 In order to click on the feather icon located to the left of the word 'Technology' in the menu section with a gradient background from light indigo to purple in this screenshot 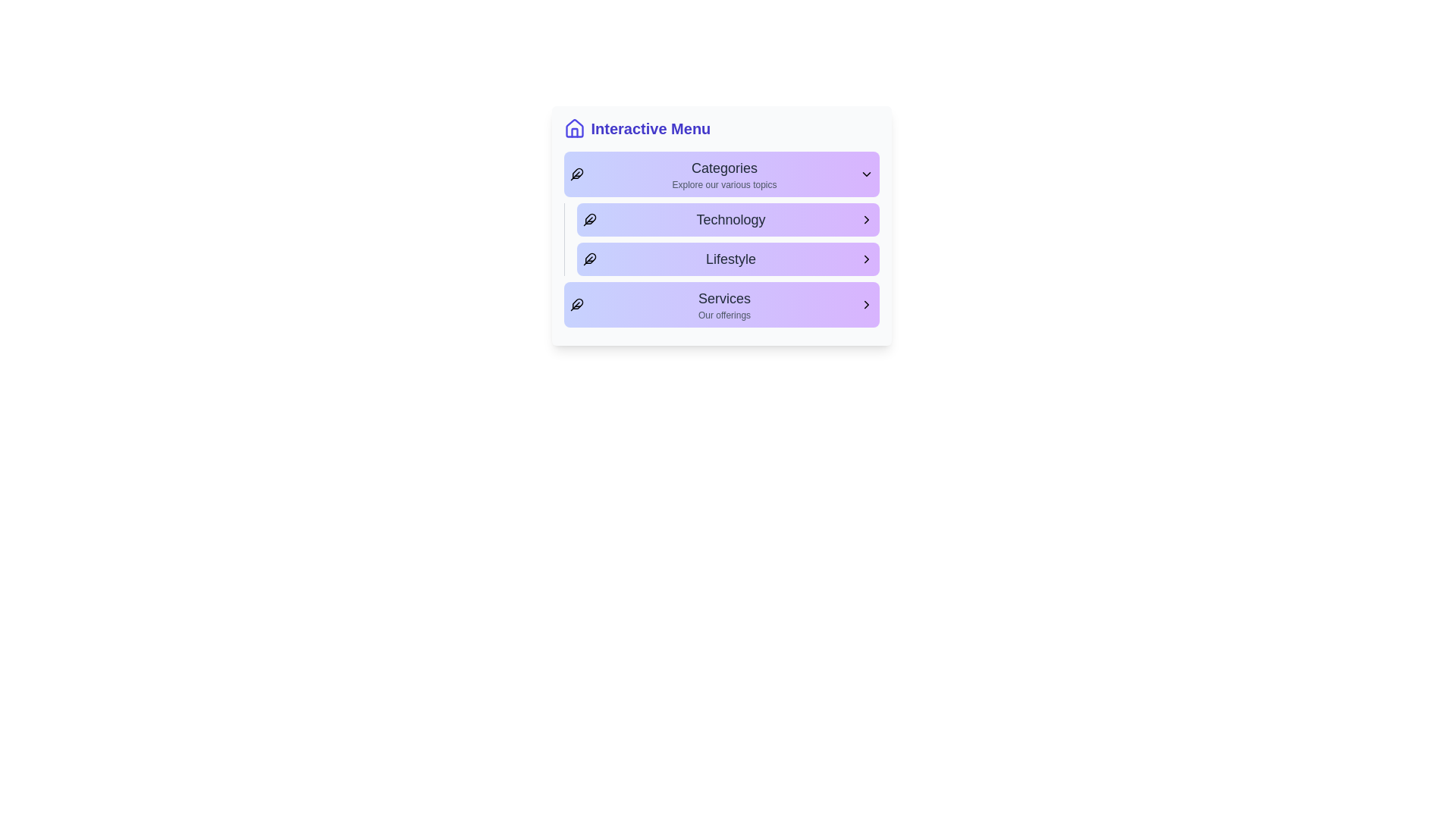, I will do `click(588, 219)`.